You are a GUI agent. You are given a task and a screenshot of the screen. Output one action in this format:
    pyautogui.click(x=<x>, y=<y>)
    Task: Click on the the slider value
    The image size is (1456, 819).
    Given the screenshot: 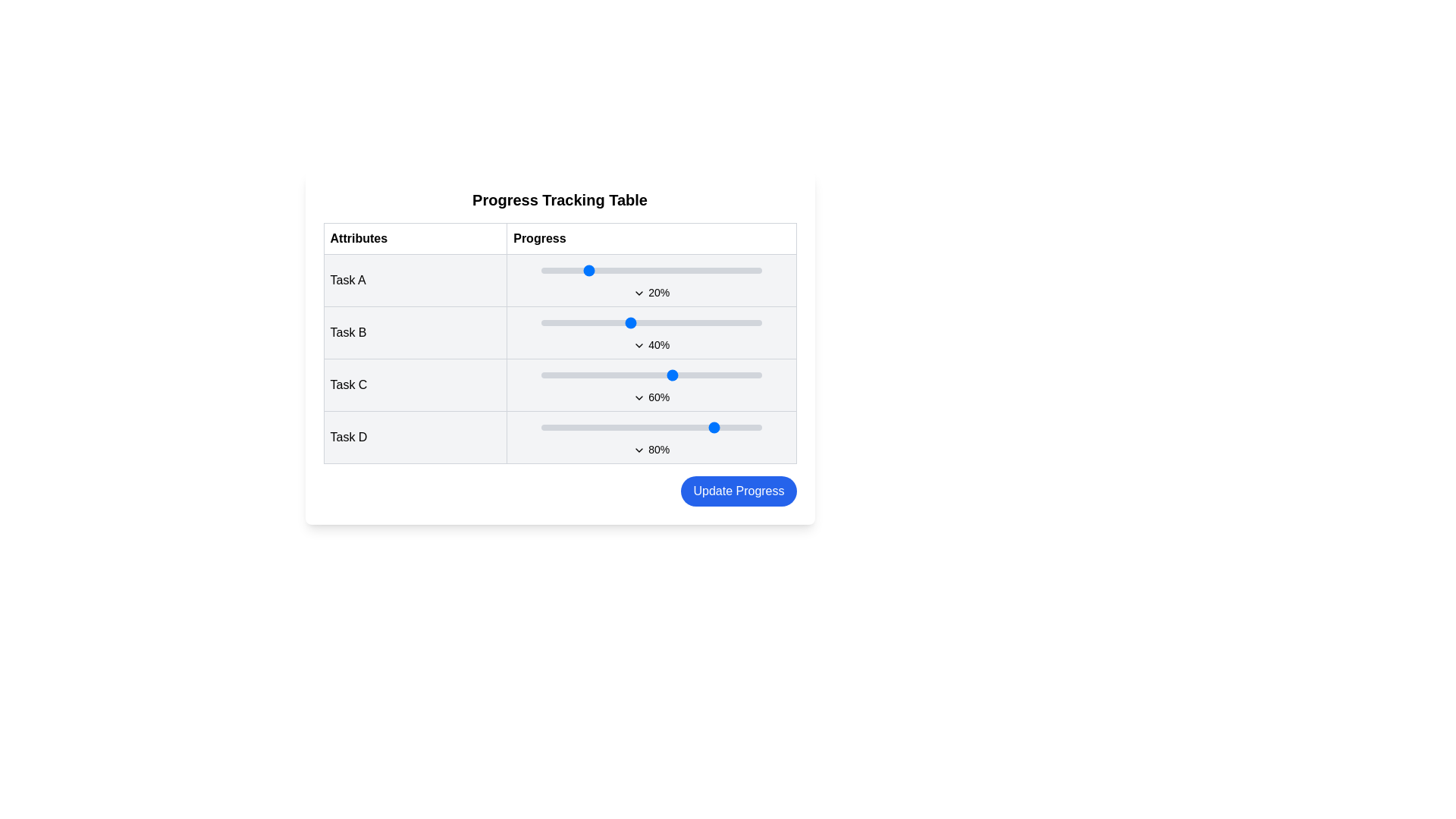 What is the action you would take?
    pyautogui.click(x=635, y=270)
    